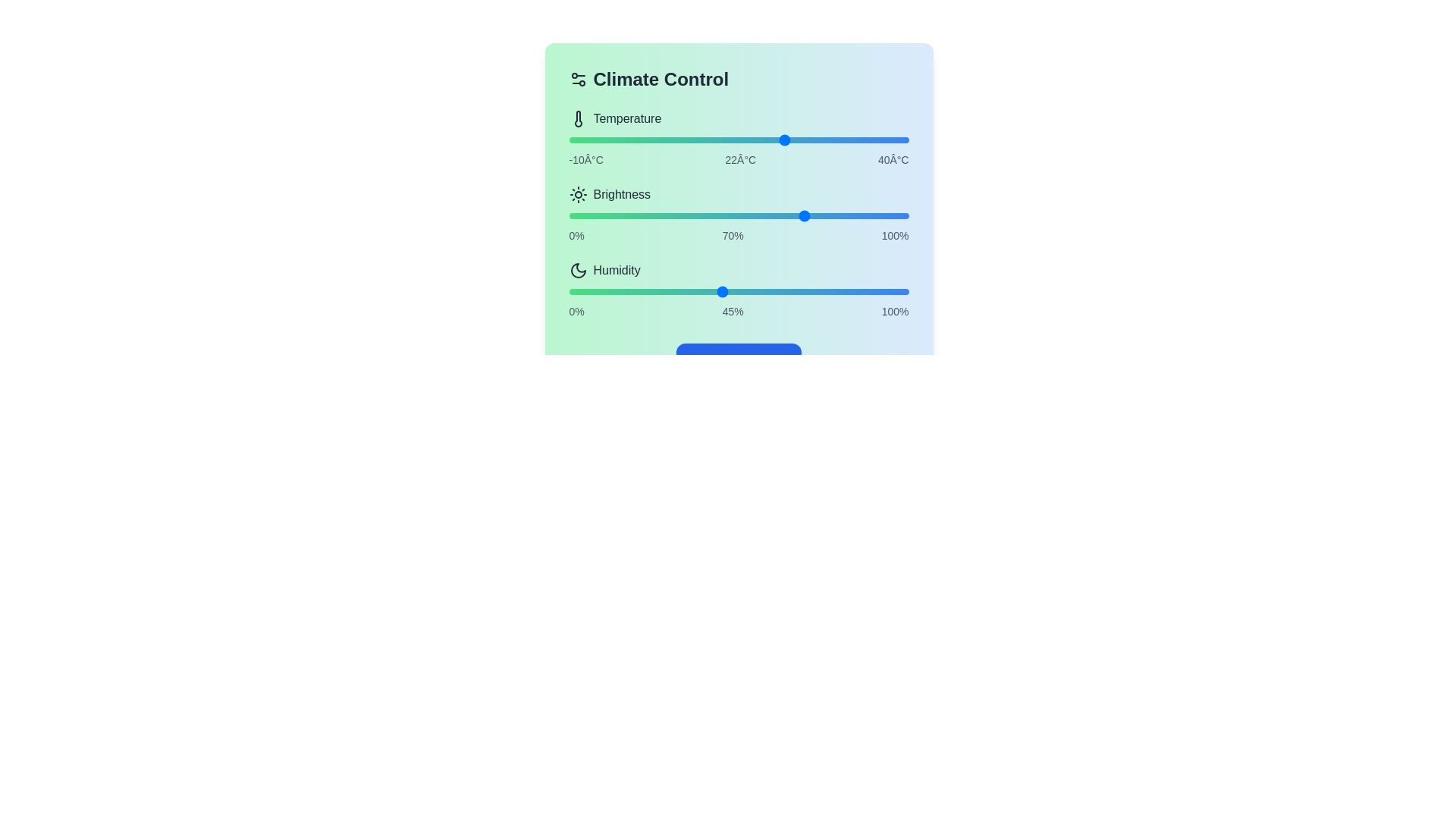 This screenshot has height=819, width=1456. What do you see at coordinates (576, 236) in the screenshot?
I see `the text label displaying '0%' which is the leftmost label in the brightness control section, positioned adjacent to the brightness slider` at bounding box center [576, 236].